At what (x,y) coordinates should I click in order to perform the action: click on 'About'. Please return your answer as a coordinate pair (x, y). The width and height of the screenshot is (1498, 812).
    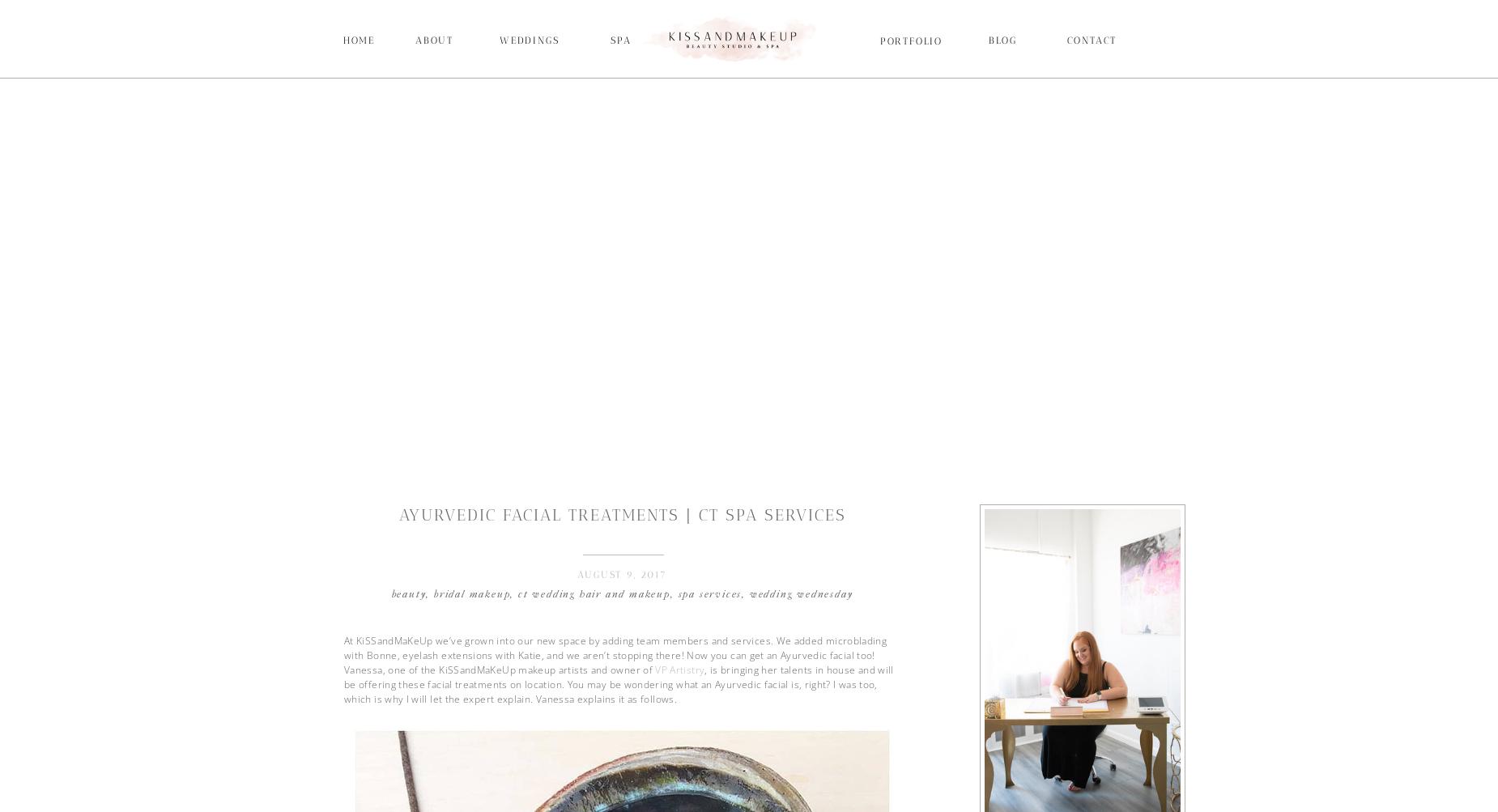
    Looking at the image, I should click on (434, 40).